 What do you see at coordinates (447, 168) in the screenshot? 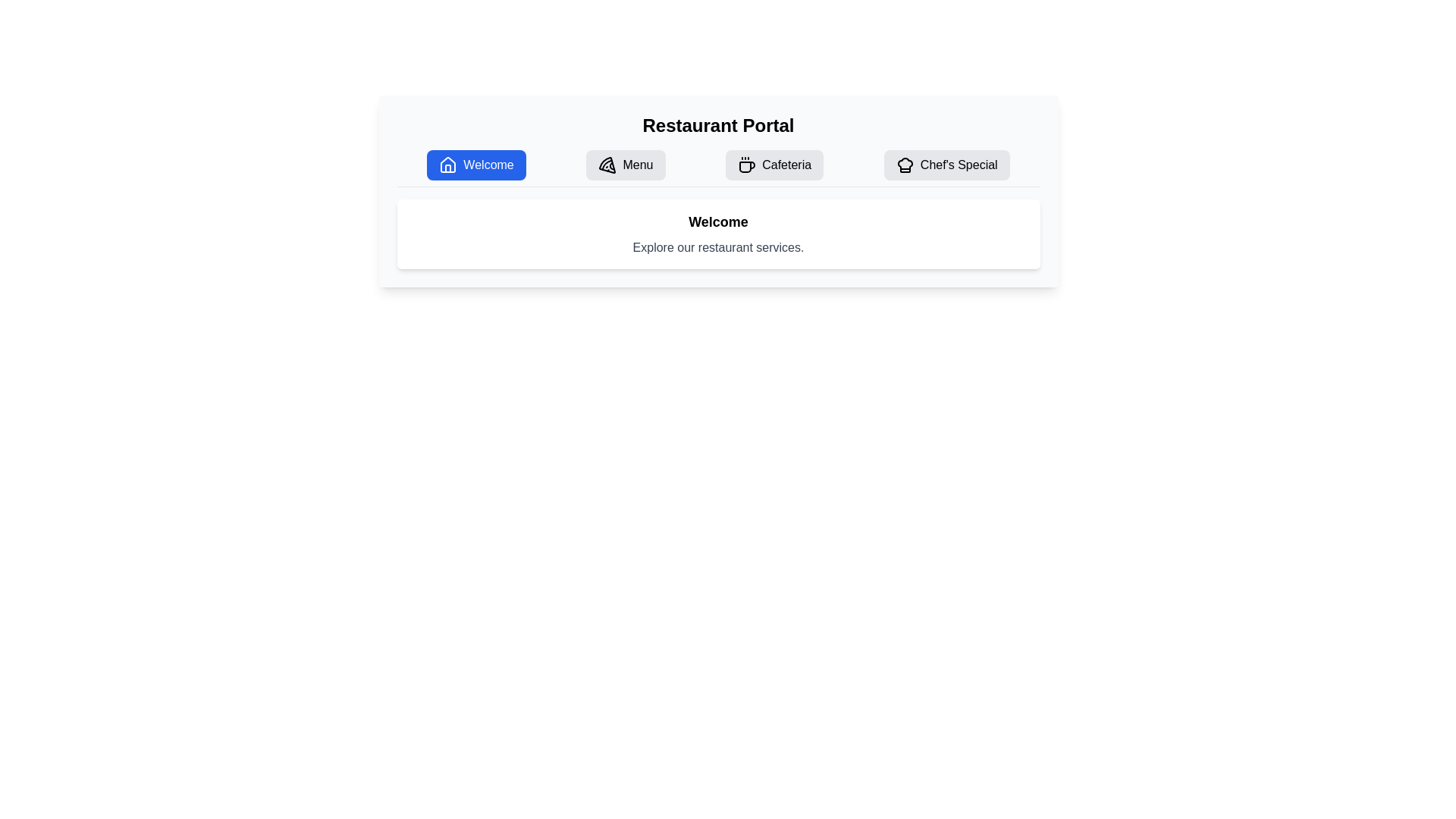
I see `the 'Welcome' button that contains the house icon, which serves as a decorative representation of the home concept` at bounding box center [447, 168].